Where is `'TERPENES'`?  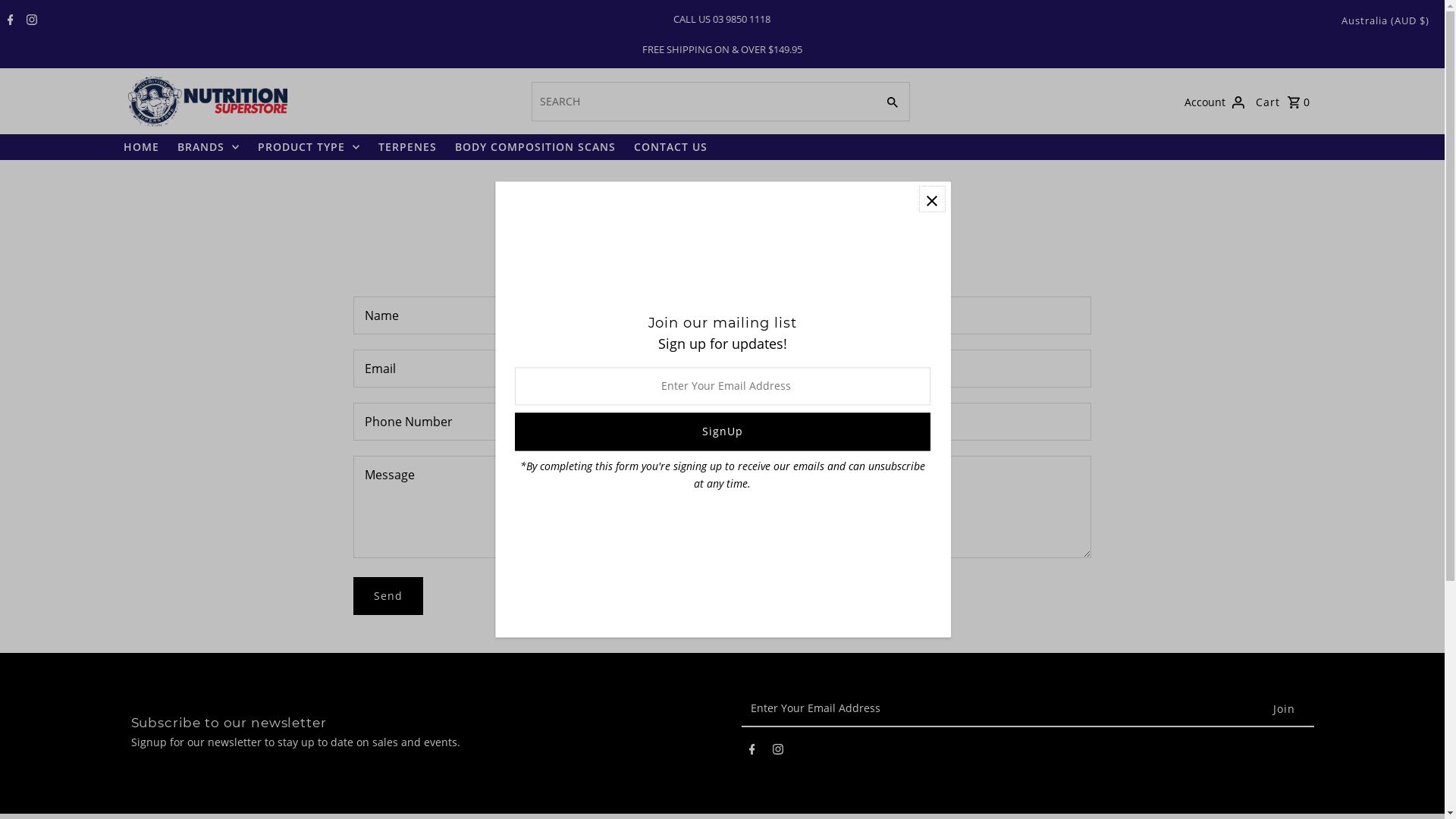 'TERPENES' is located at coordinates (406, 146).